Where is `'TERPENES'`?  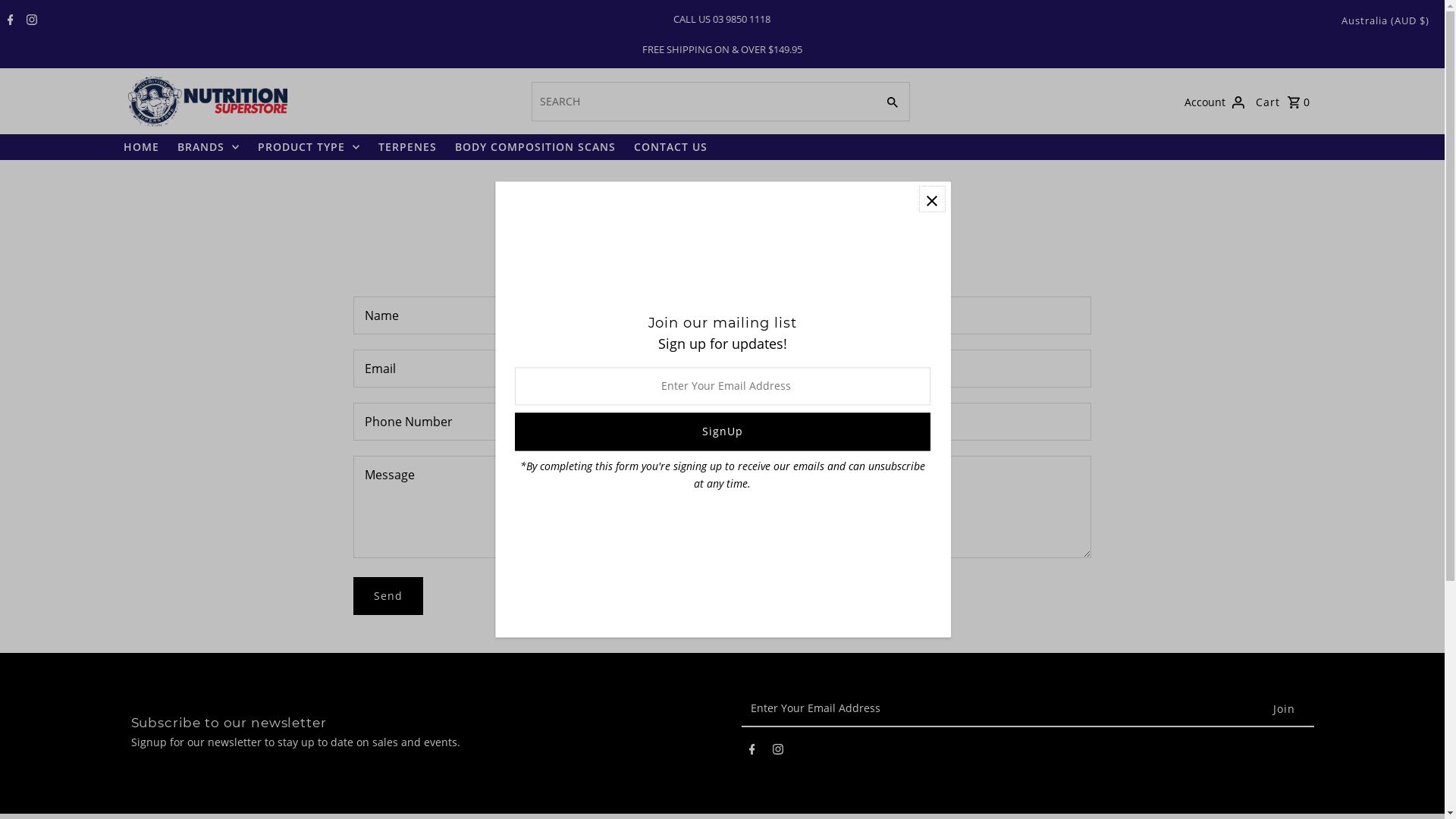 'TERPENES' is located at coordinates (406, 146).